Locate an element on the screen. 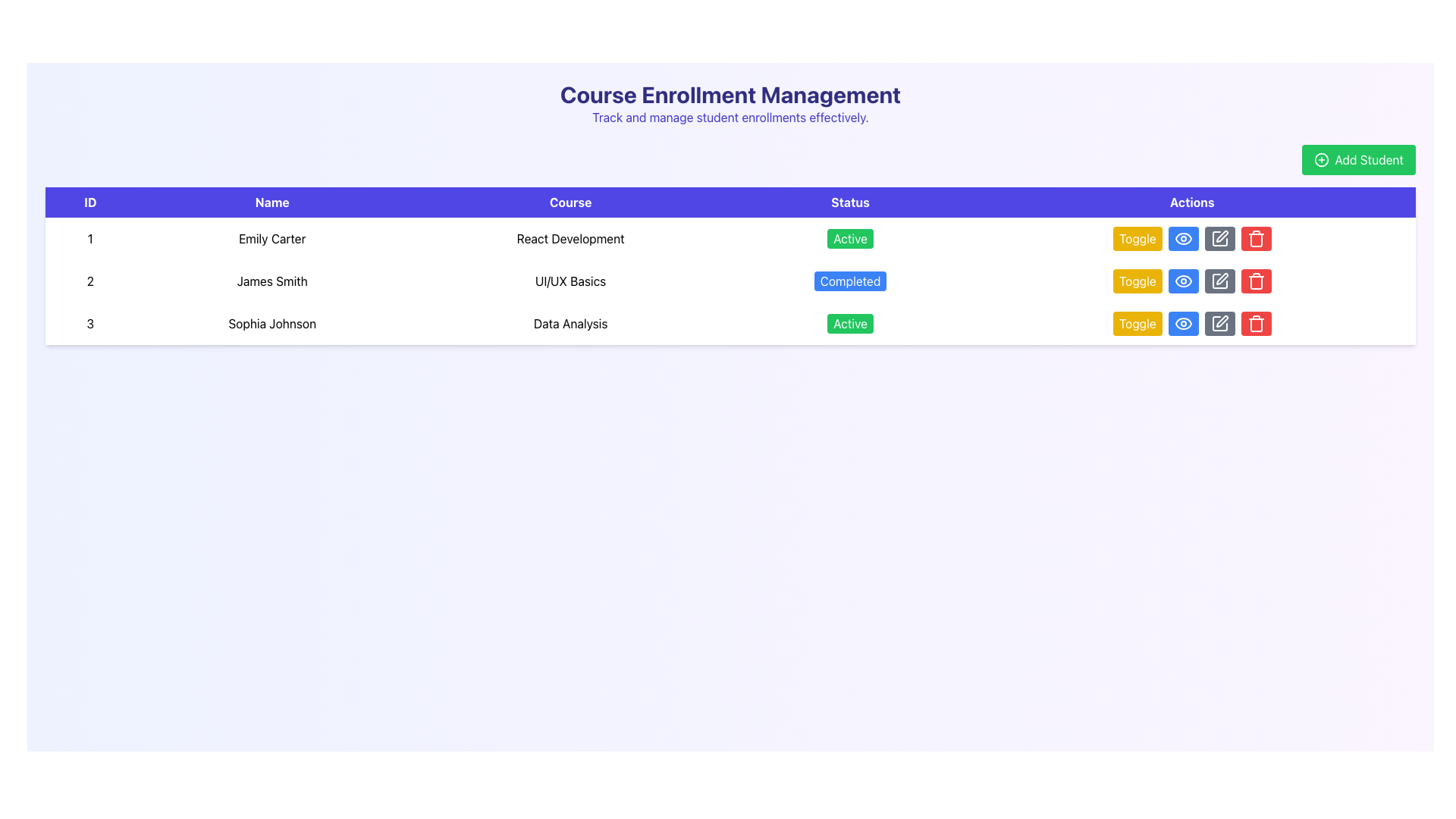 The image size is (1456, 819). the small, square grey button with rounded corners that contains a white pencil icon, located within the action menu of the third row of the table is located at coordinates (1219, 323).